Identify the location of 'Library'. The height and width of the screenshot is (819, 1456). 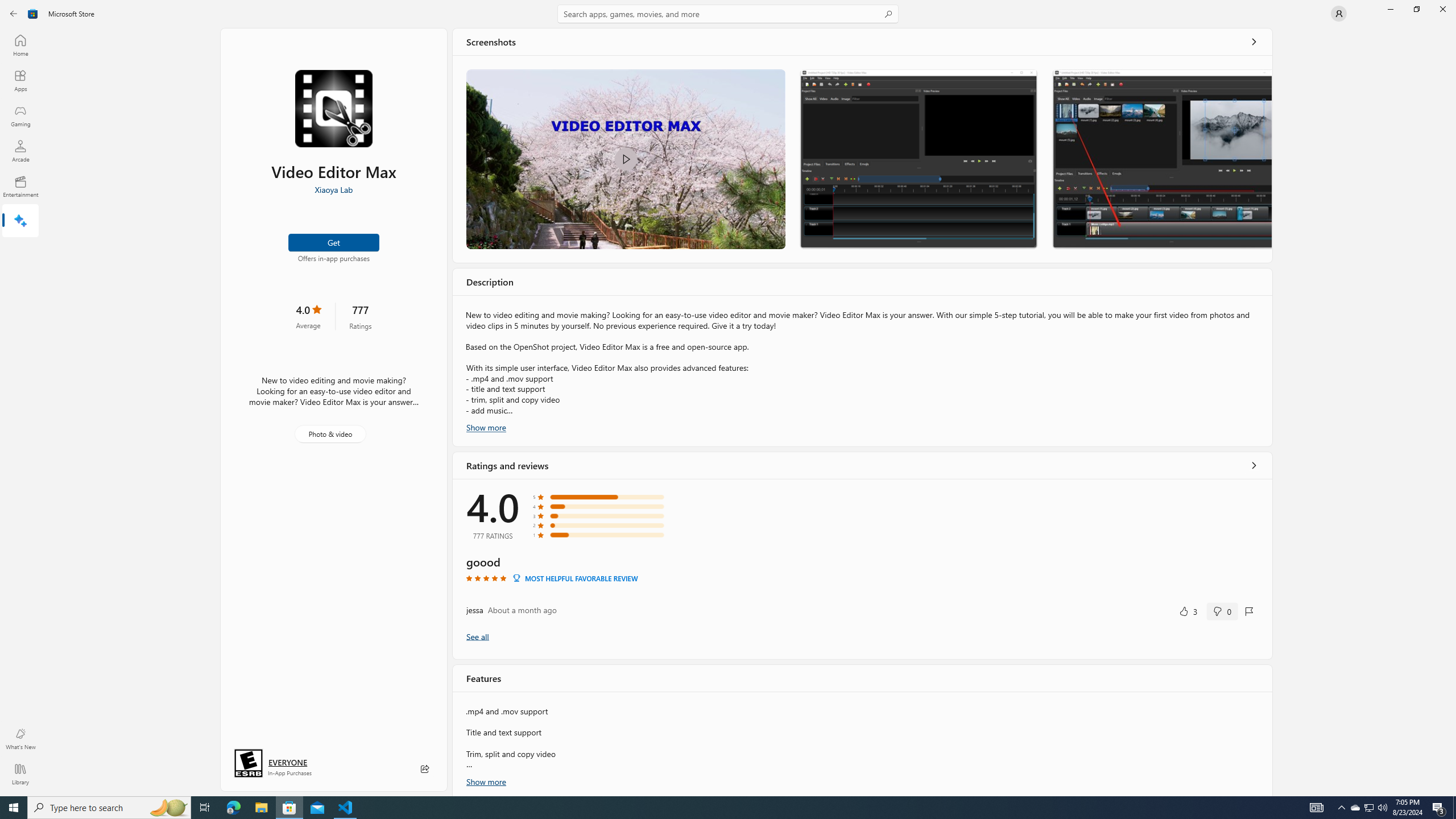
(19, 773).